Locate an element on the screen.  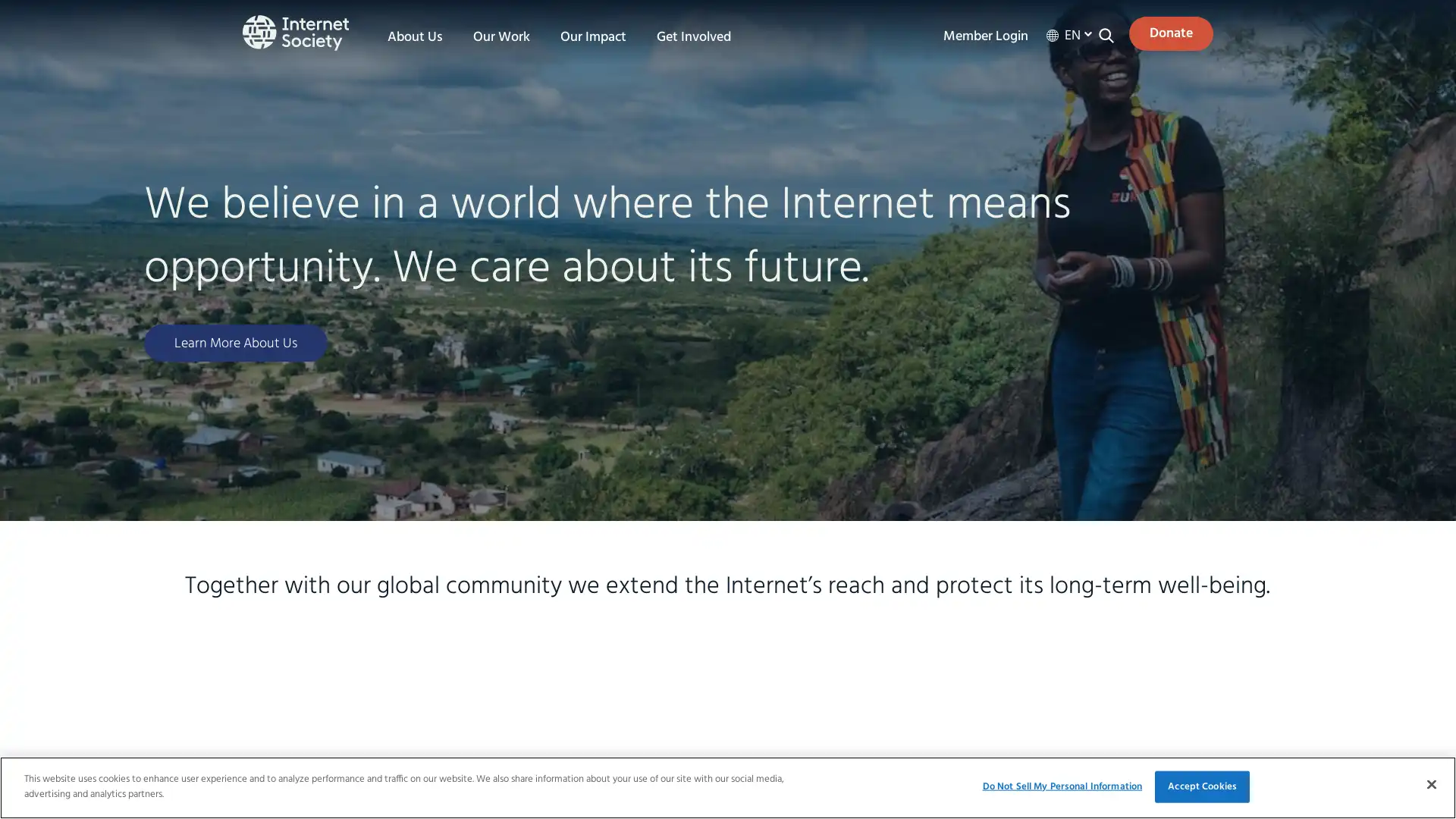
Accept Cookies is located at coordinates (1201, 786).